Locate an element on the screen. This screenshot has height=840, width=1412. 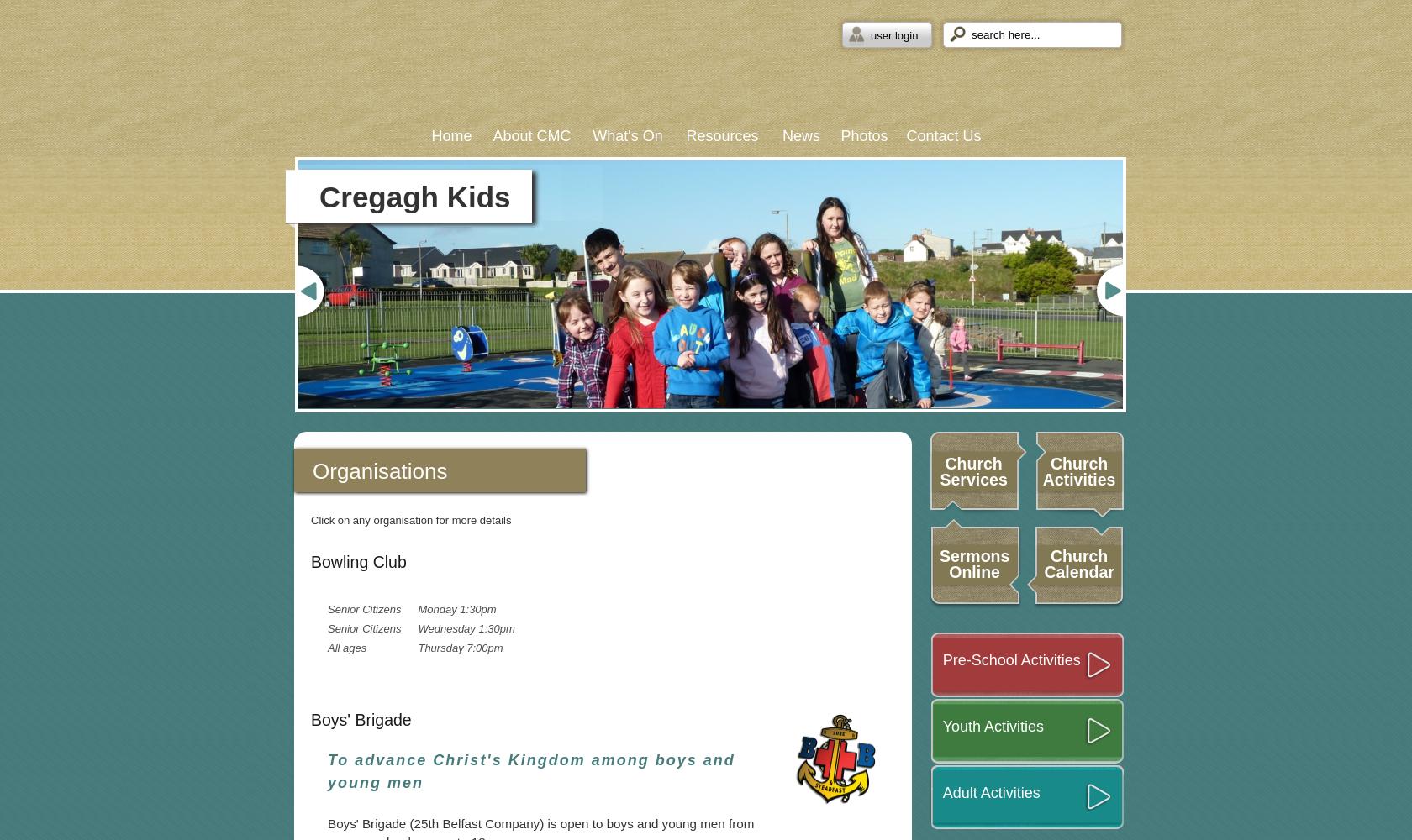
'Pre-School Activities' is located at coordinates (1011, 660).